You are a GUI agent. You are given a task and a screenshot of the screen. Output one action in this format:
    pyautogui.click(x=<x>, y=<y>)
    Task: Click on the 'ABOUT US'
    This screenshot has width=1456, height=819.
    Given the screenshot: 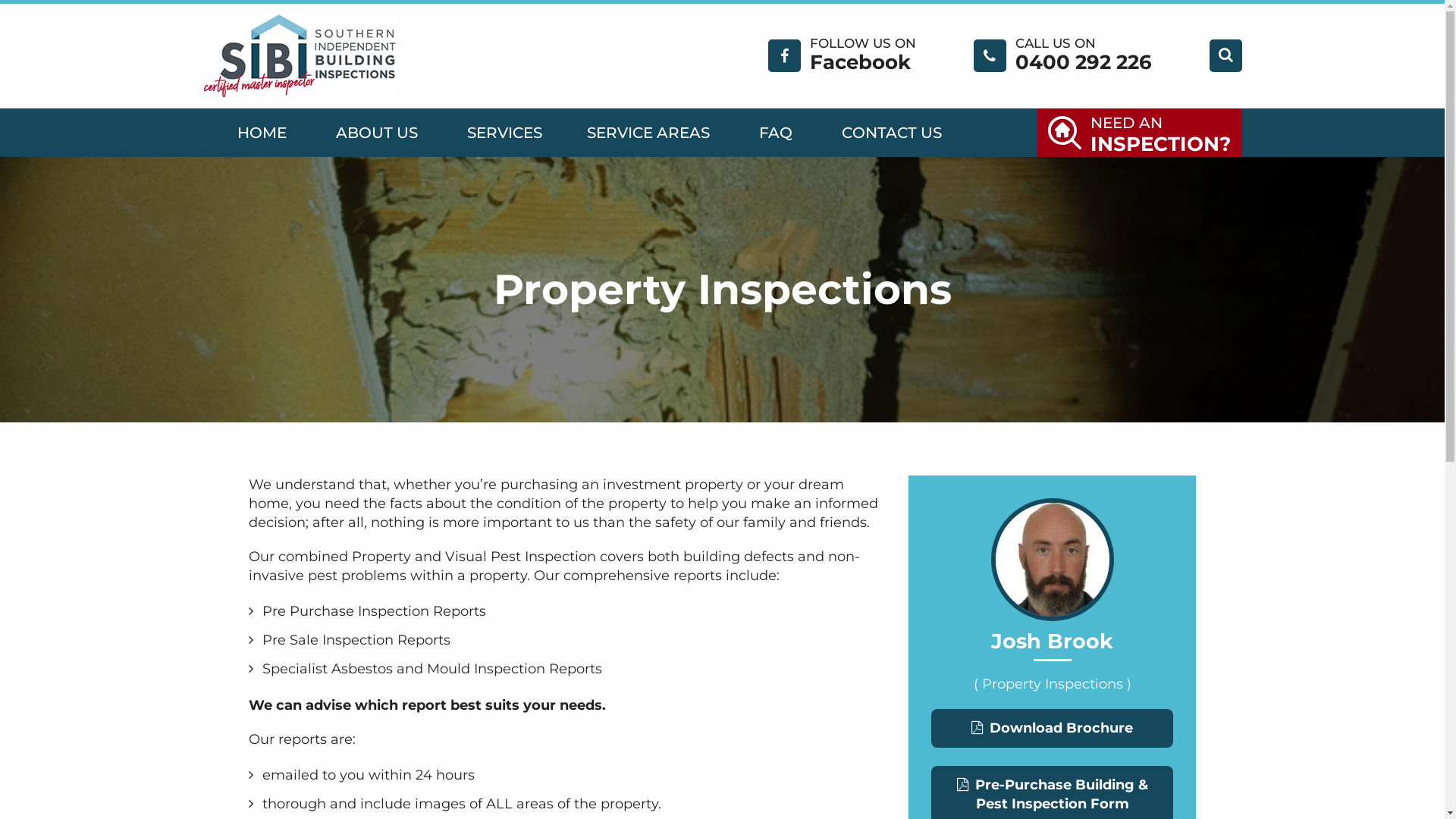 What is the action you would take?
    pyautogui.click(x=375, y=131)
    